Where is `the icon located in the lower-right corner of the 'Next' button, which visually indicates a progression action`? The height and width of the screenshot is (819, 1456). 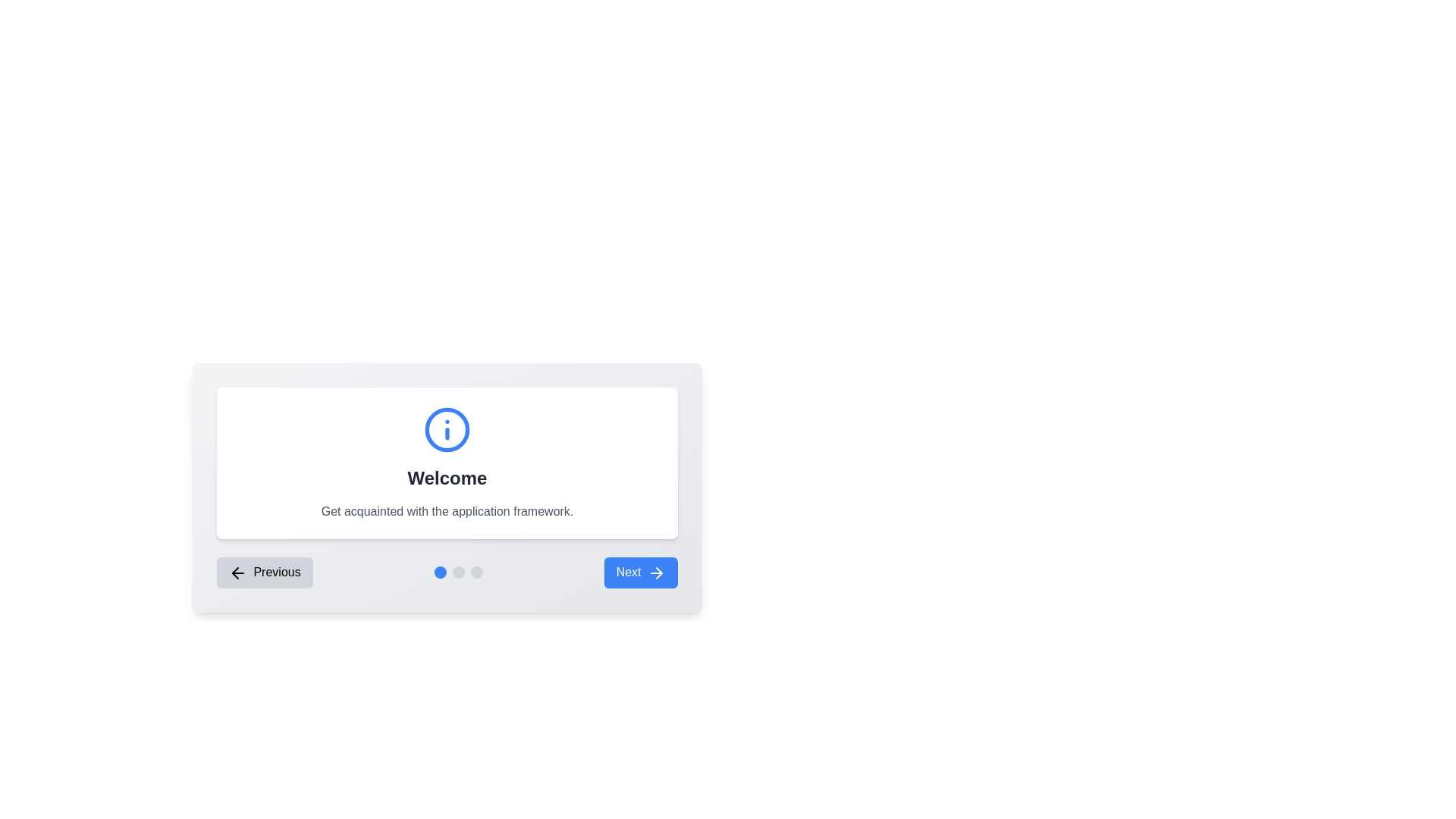
the icon located in the lower-right corner of the 'Next' button, which visually indicates a progression action is located at coordinates (656, 573).